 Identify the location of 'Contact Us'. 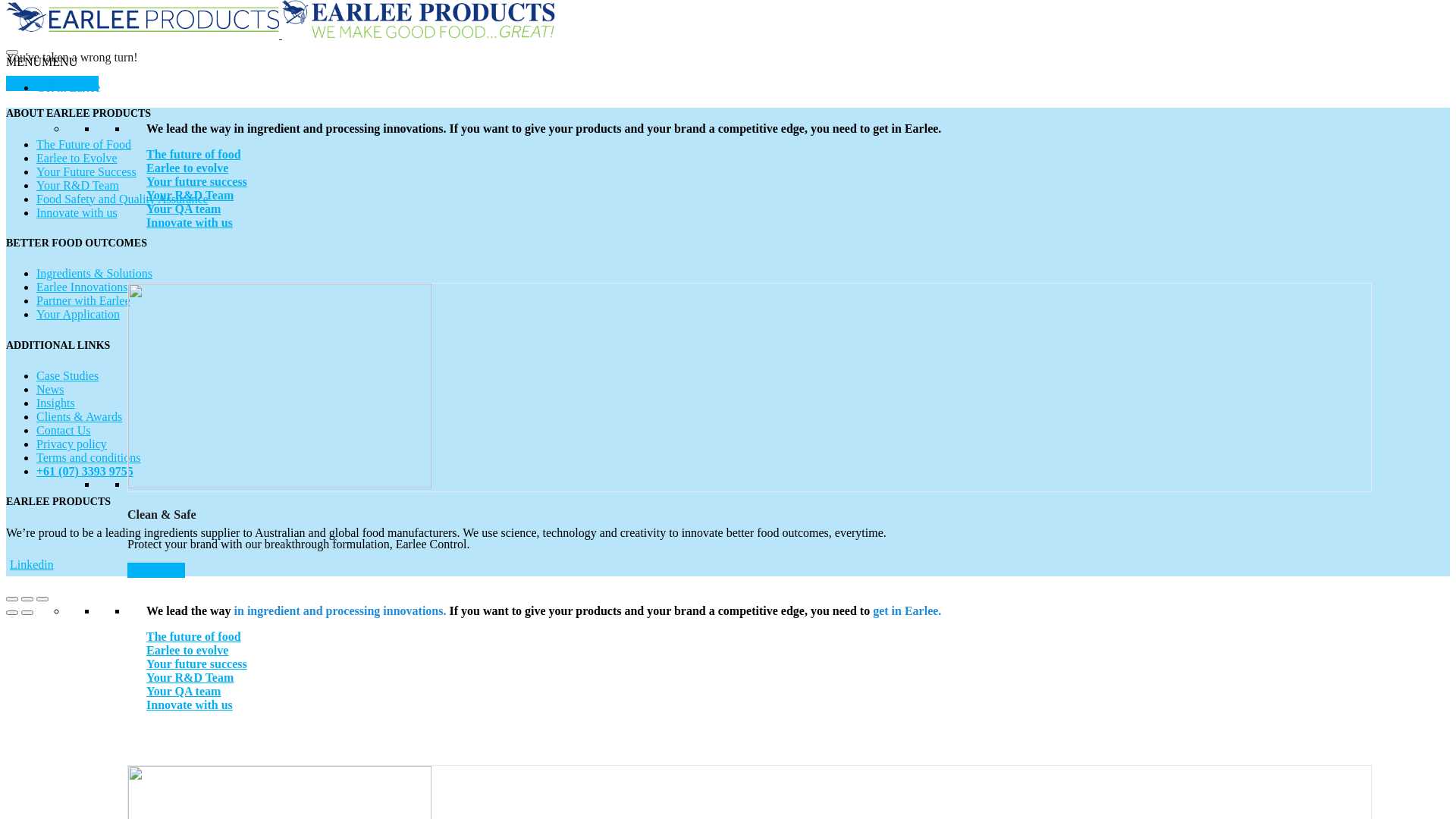
(62, 430).